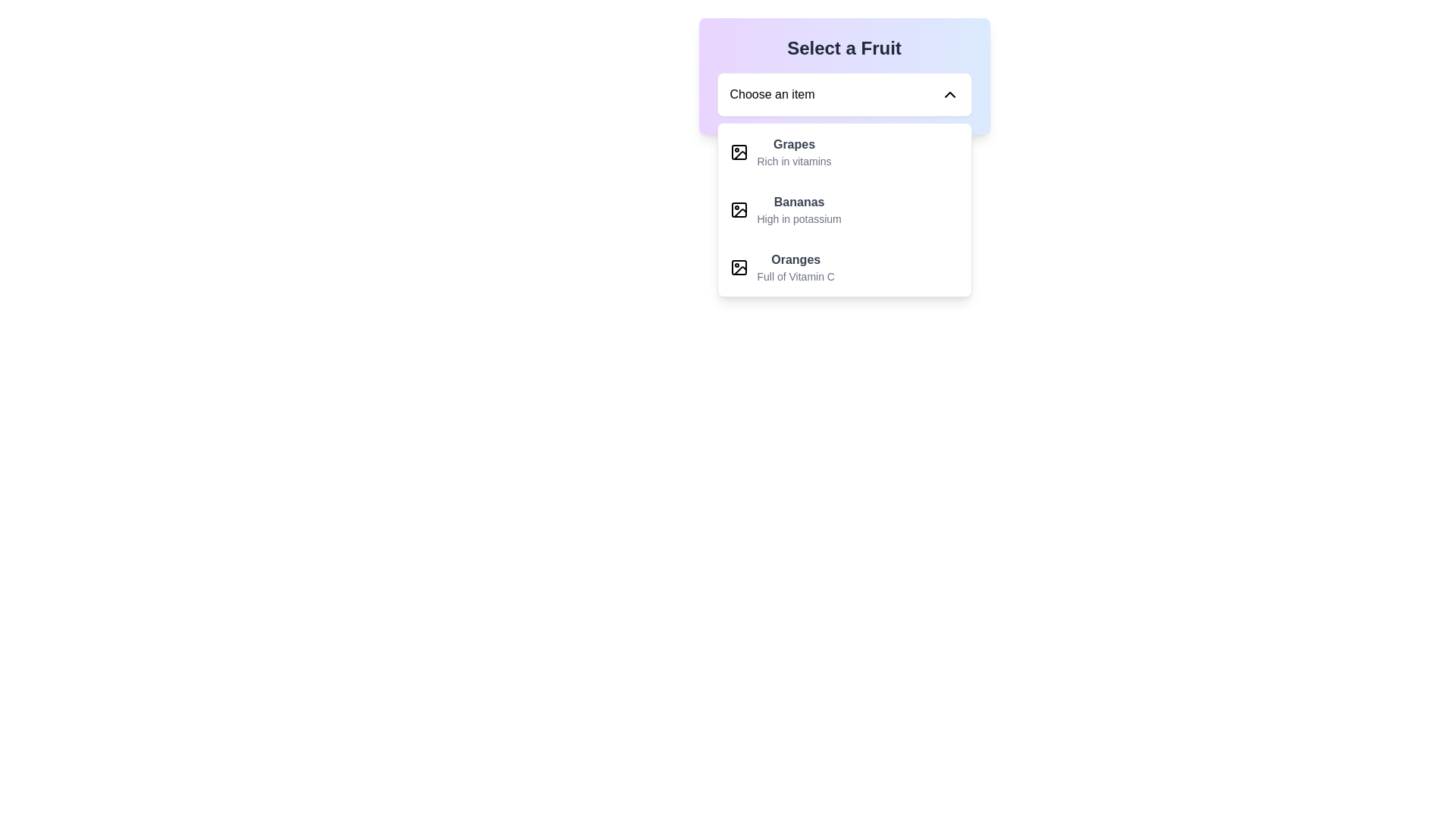 The image size is (1456, 819). What do you see at coordinates (743, 267) in the screenshot?
I see `the icon representing an image located to the left of the 'Oranges' option in the dropdown list, which features a simplistic design with a black stroke and includes a small circle and diagonal line` at bounding box center [743, 267].